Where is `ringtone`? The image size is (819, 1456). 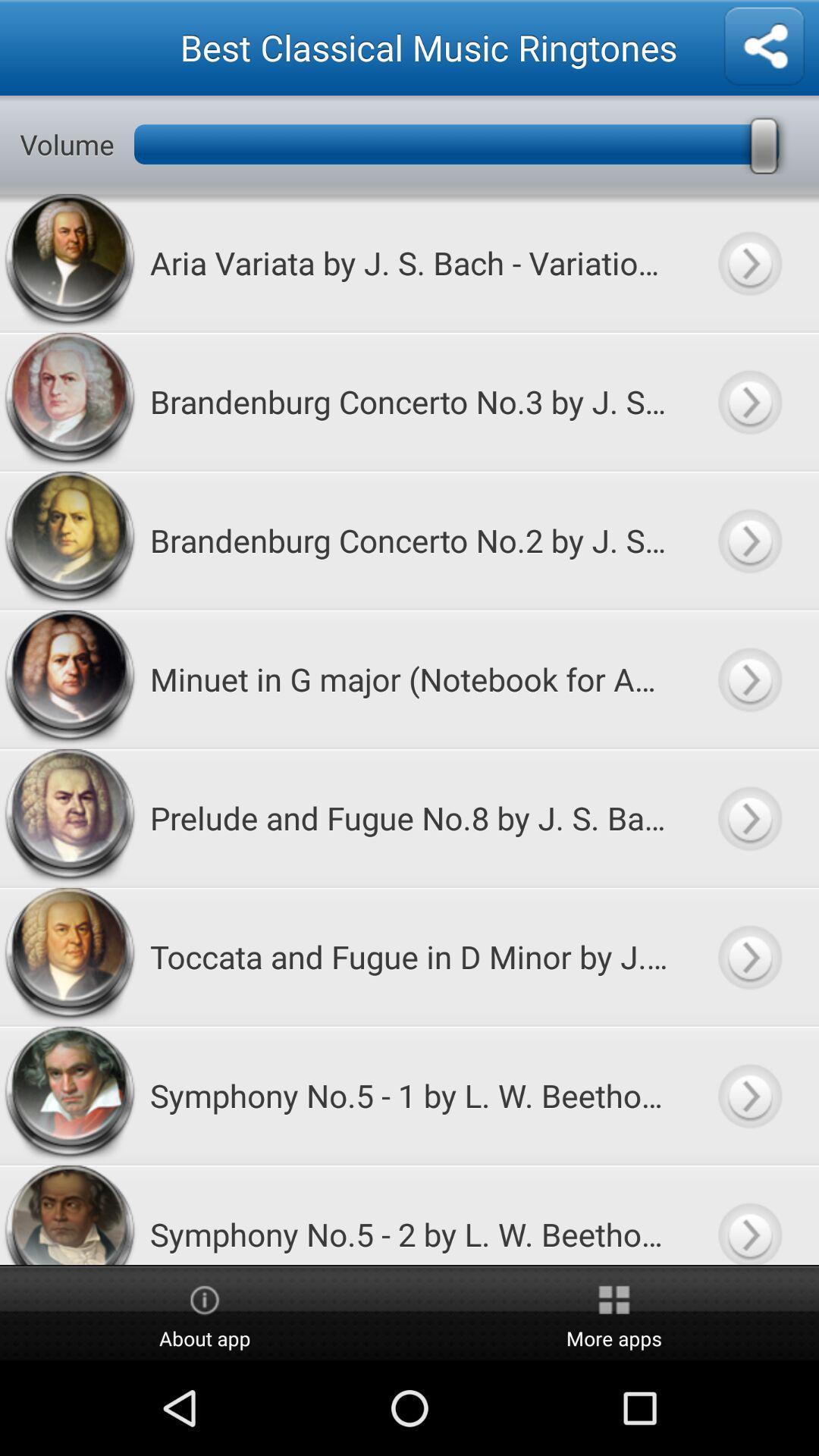 ringtone is located at coordinates (748, 817).